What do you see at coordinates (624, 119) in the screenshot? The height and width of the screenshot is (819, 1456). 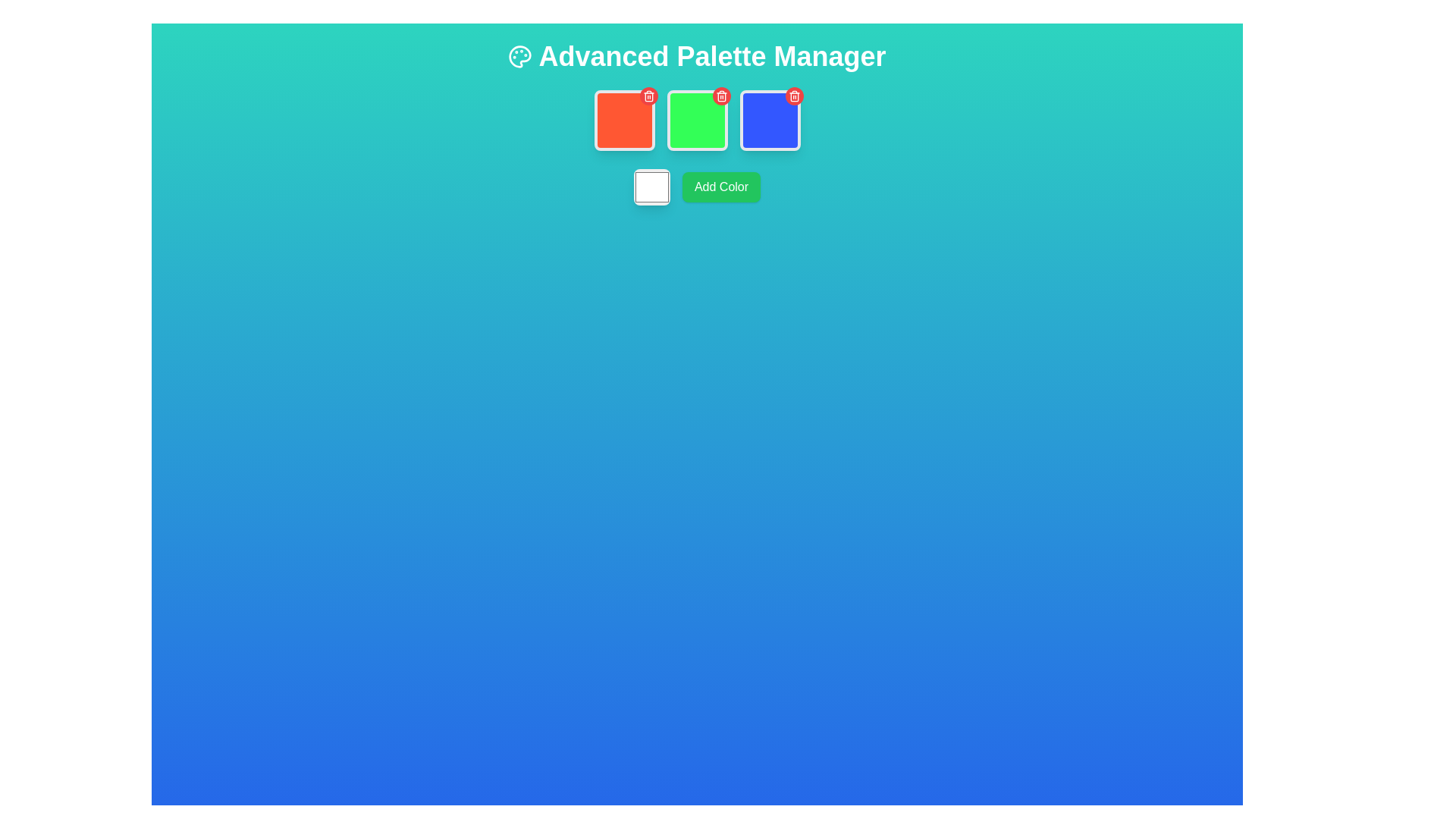 I see `the red square-shaped color tile with rounded corners and a white border, located at the top row of the color palette grid` at bounding box center [624, 119].